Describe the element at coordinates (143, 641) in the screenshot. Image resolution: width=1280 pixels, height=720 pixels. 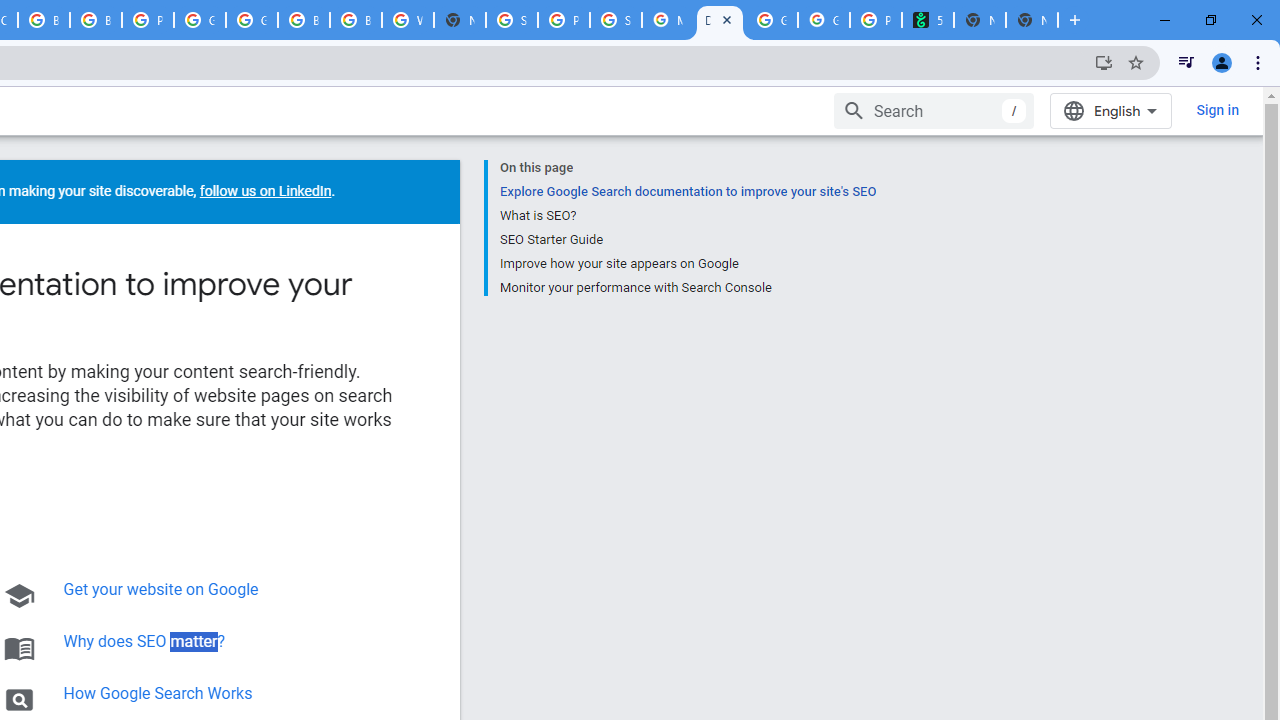
I see `'Why does SEO matter?'` at that location.